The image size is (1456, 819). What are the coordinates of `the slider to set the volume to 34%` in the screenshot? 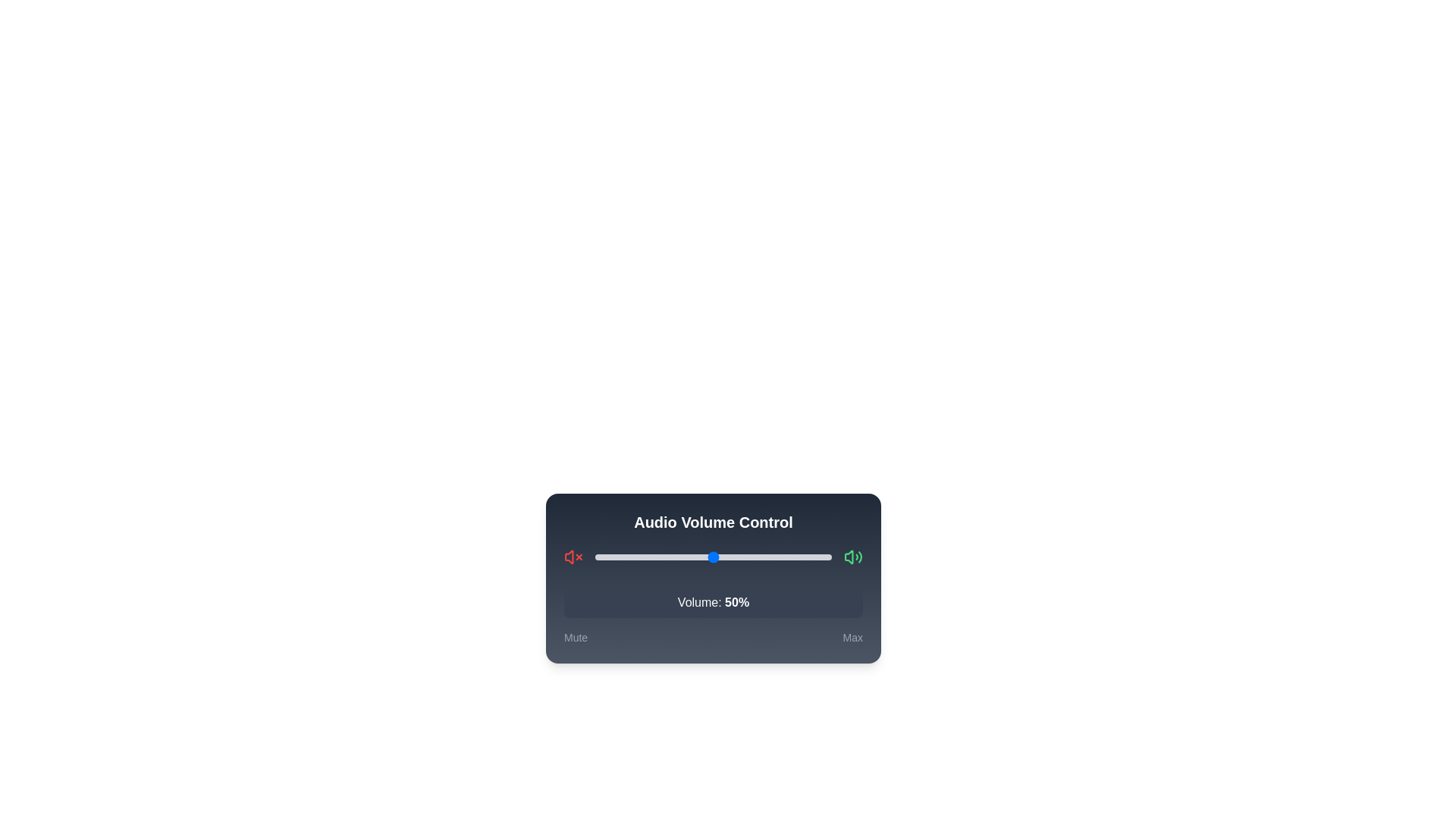 It's located at (674, 557).